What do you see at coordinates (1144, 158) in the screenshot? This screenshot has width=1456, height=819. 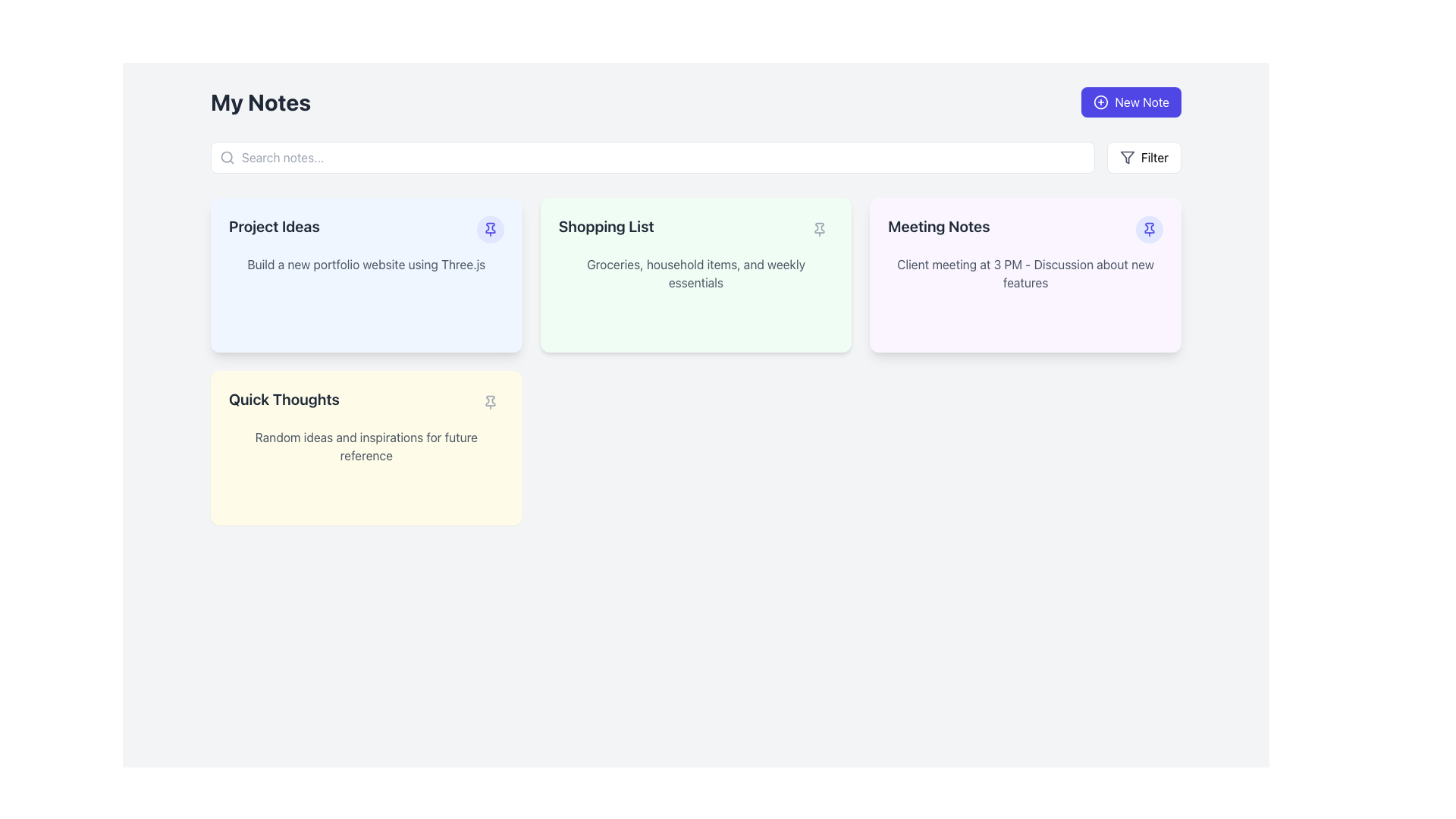 I see `the 'Filter' button, which is a rectangular button with a funnel icon and the text 'Filter', located at the top-right side of the interface adjacent to a search bar` at bounding box center [1144, 158].